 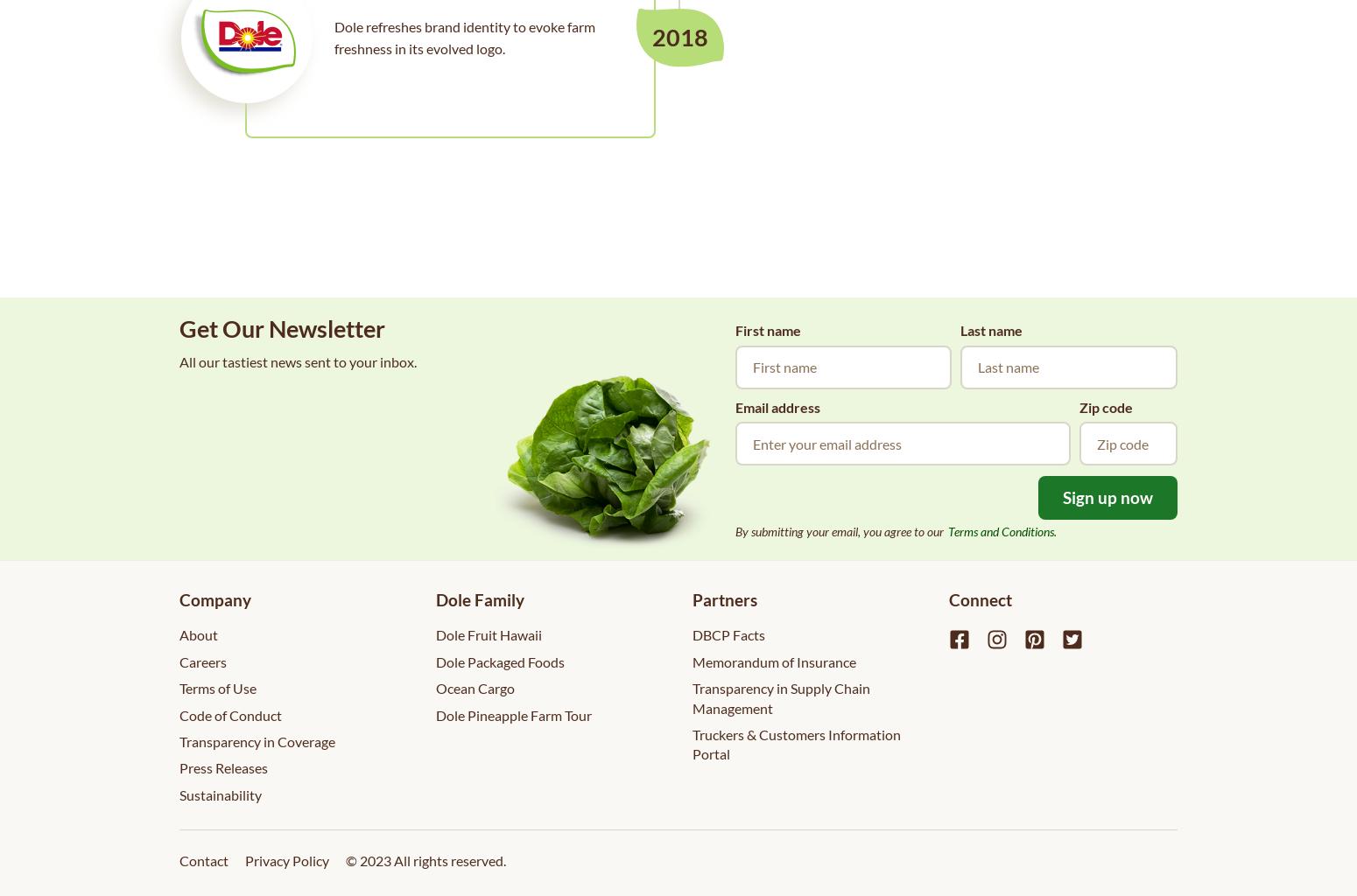 What do you see at coordinates (679, 37) in the screenshot?
I see `'2018'` at bounding box center [679, 37].